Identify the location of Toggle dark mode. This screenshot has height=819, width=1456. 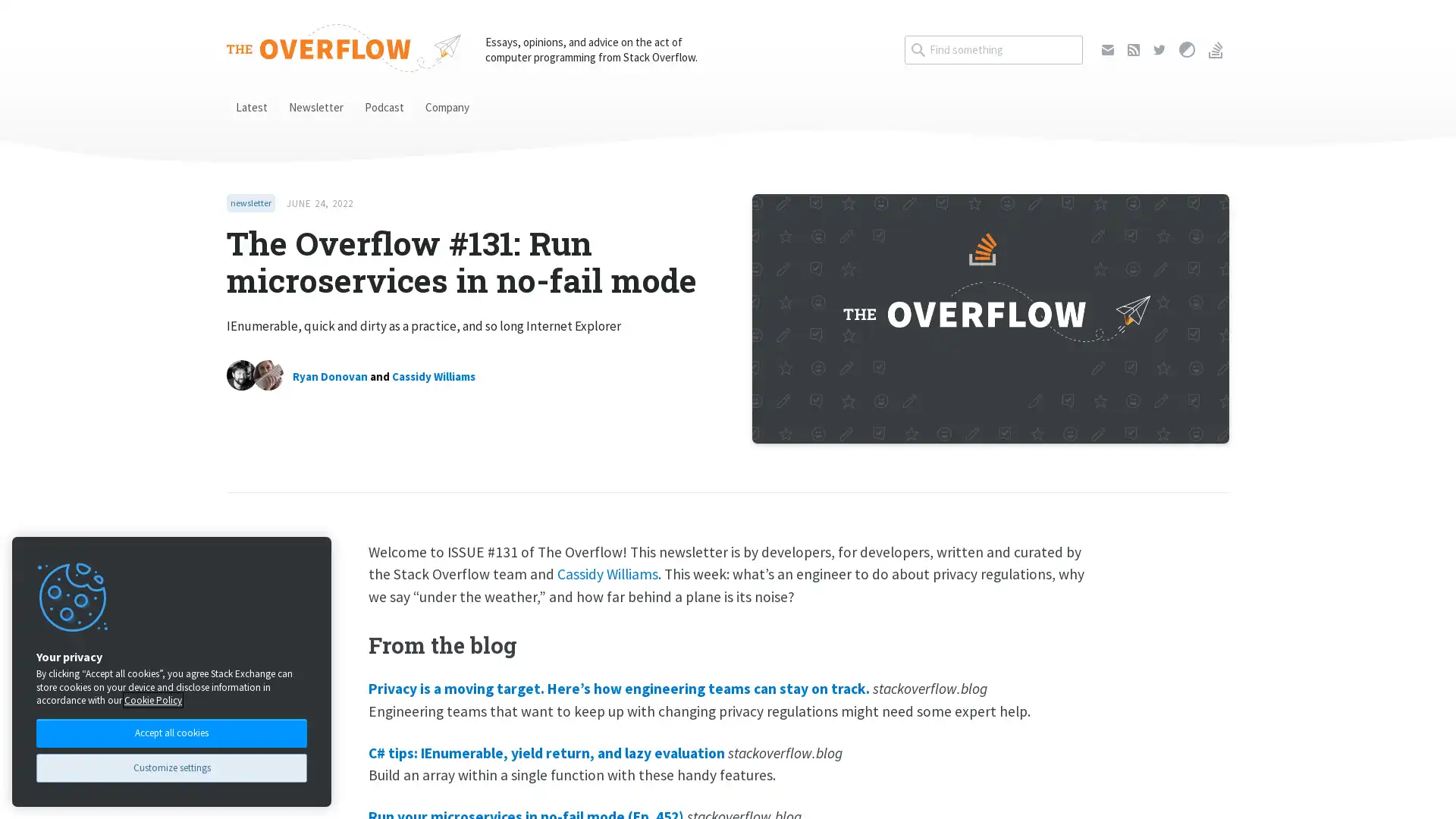
(1186, 49).